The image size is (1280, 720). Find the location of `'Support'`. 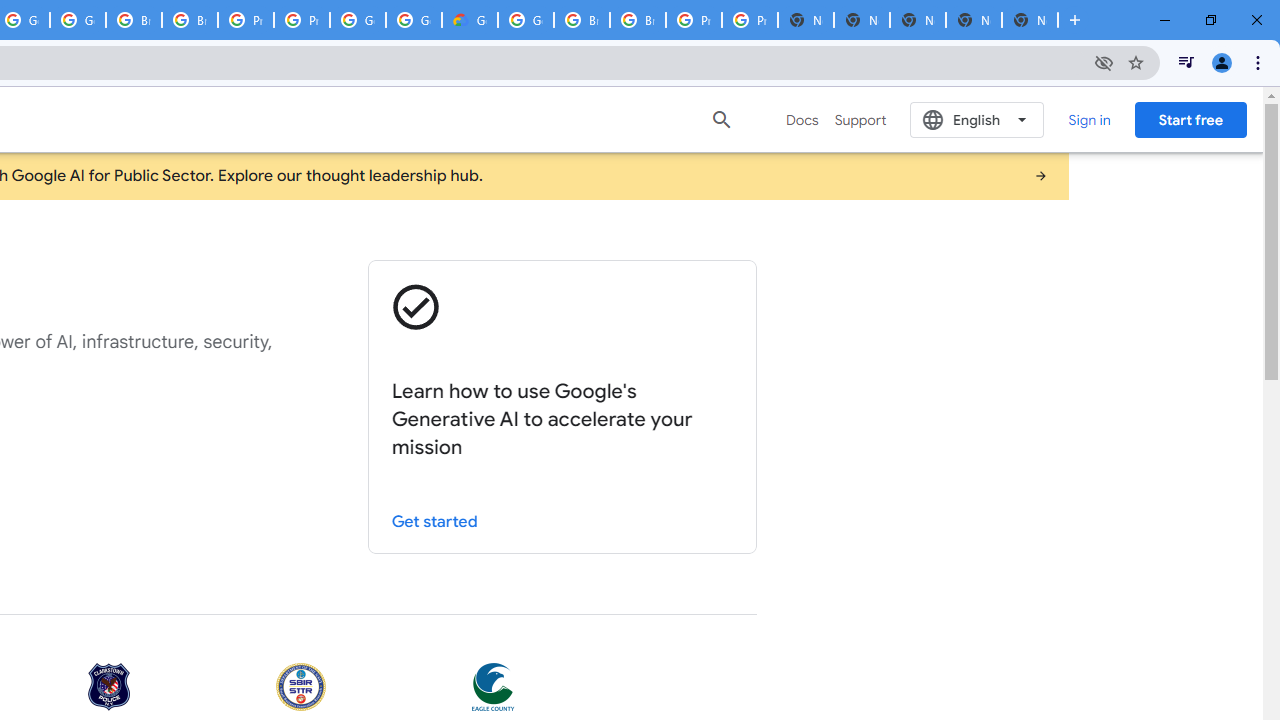

'Support' is located at coordinates (860, 119).